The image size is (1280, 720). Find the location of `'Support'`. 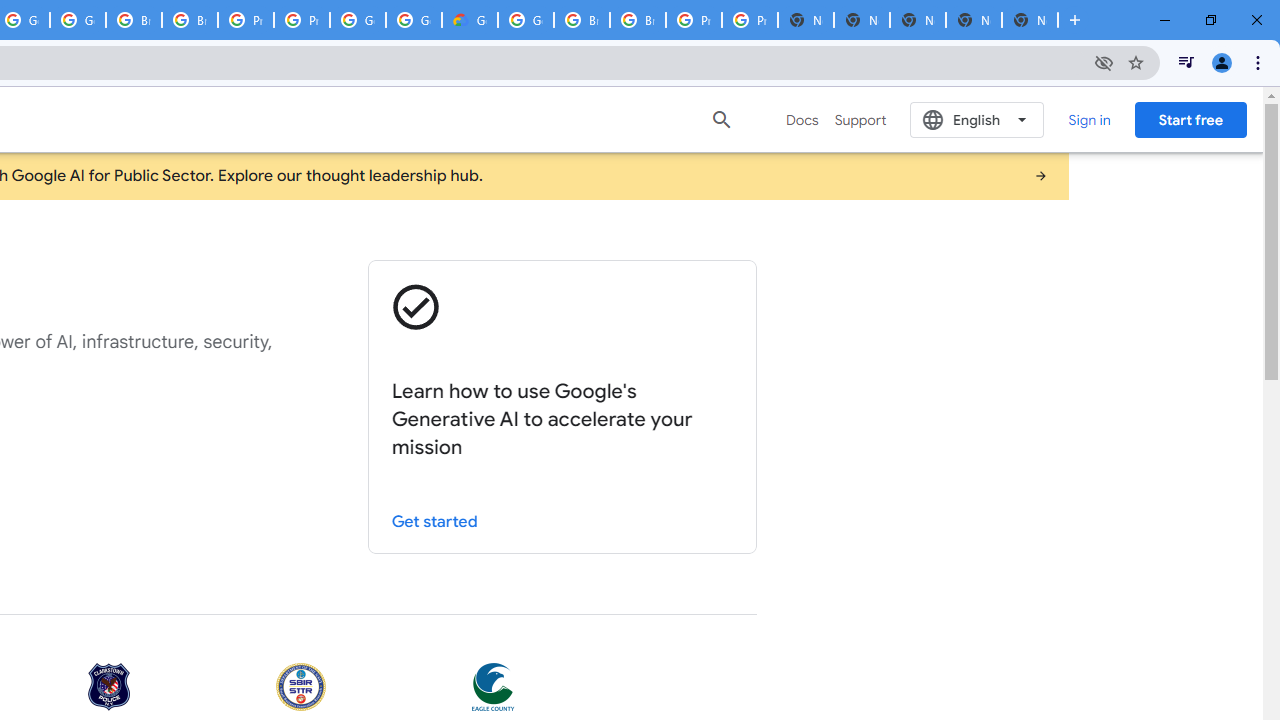

'Support' is located at coordinates (860, 119).